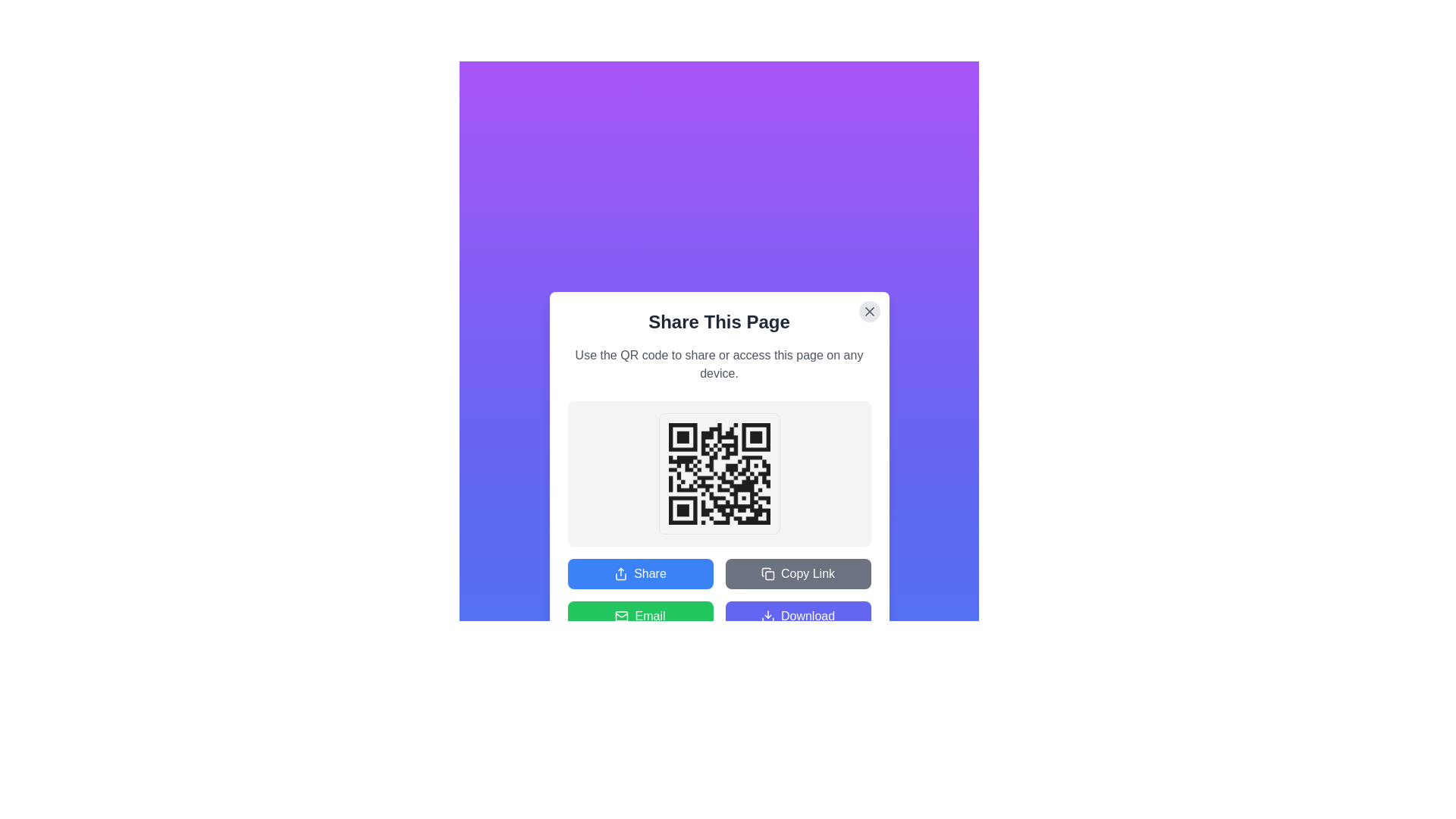 Image resolution: width=1456 pixels, height=819 pixels. What do you see at coordinates (797, 617) in the screenshot?
I see `the 'Download' button with a purple background and white text via keyboard navigation` at bounding box center [797, 617].